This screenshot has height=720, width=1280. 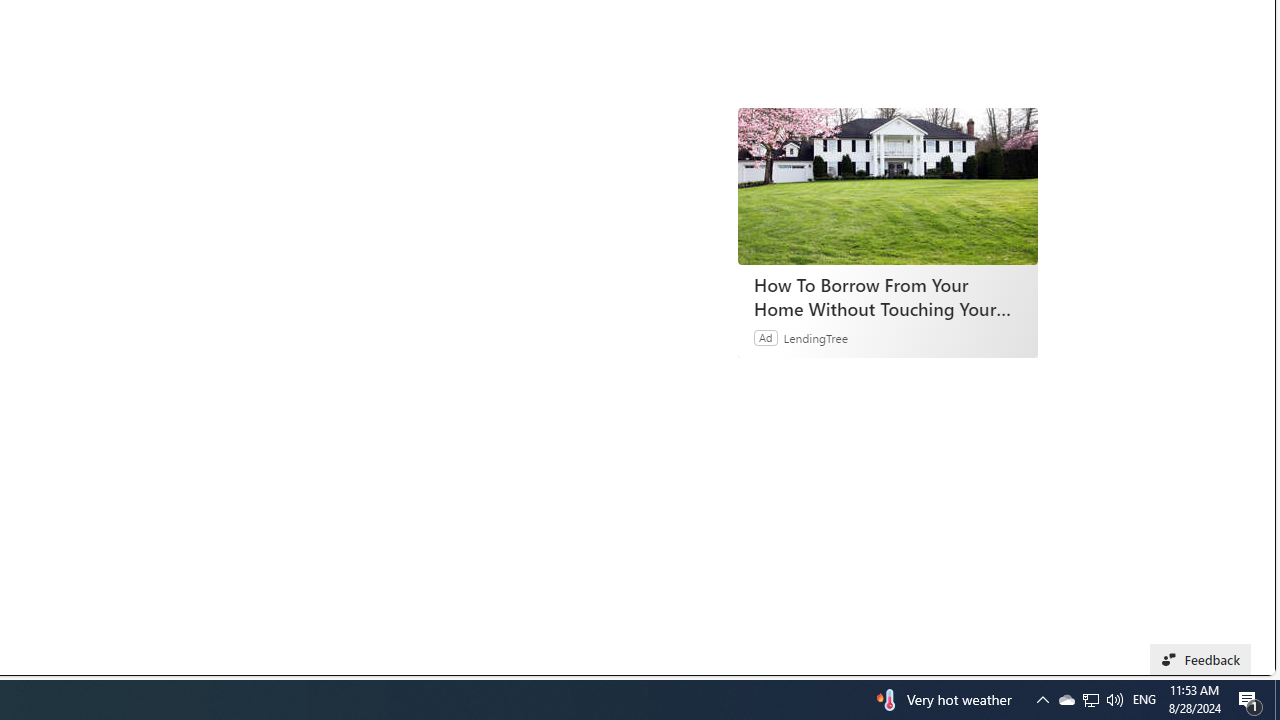 I want to click on 'LendingTree', so click(x=816, y=336).